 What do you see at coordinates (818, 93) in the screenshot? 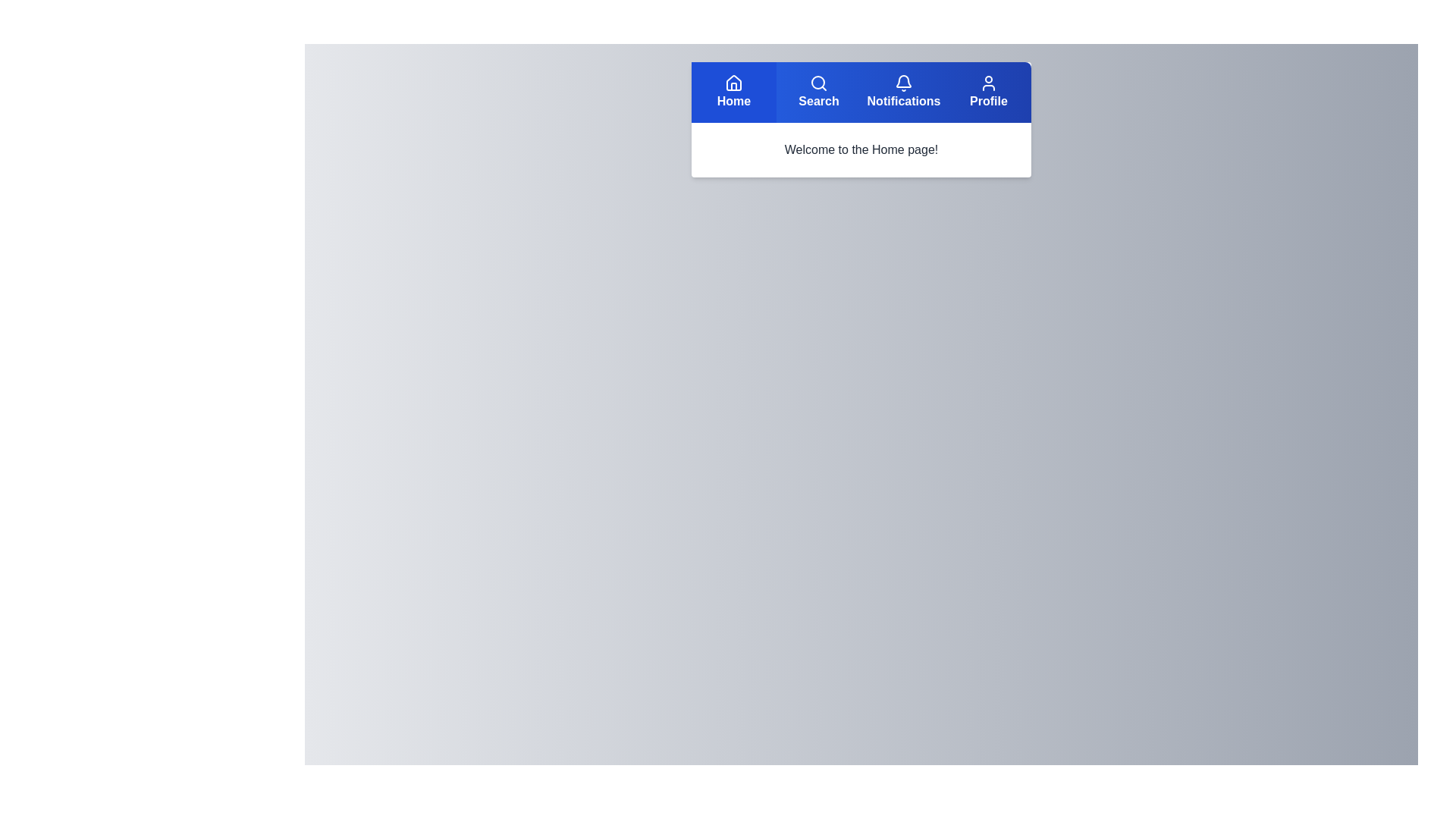
I see `the Search tab by clicking its button` at bounding box center [818, 93].